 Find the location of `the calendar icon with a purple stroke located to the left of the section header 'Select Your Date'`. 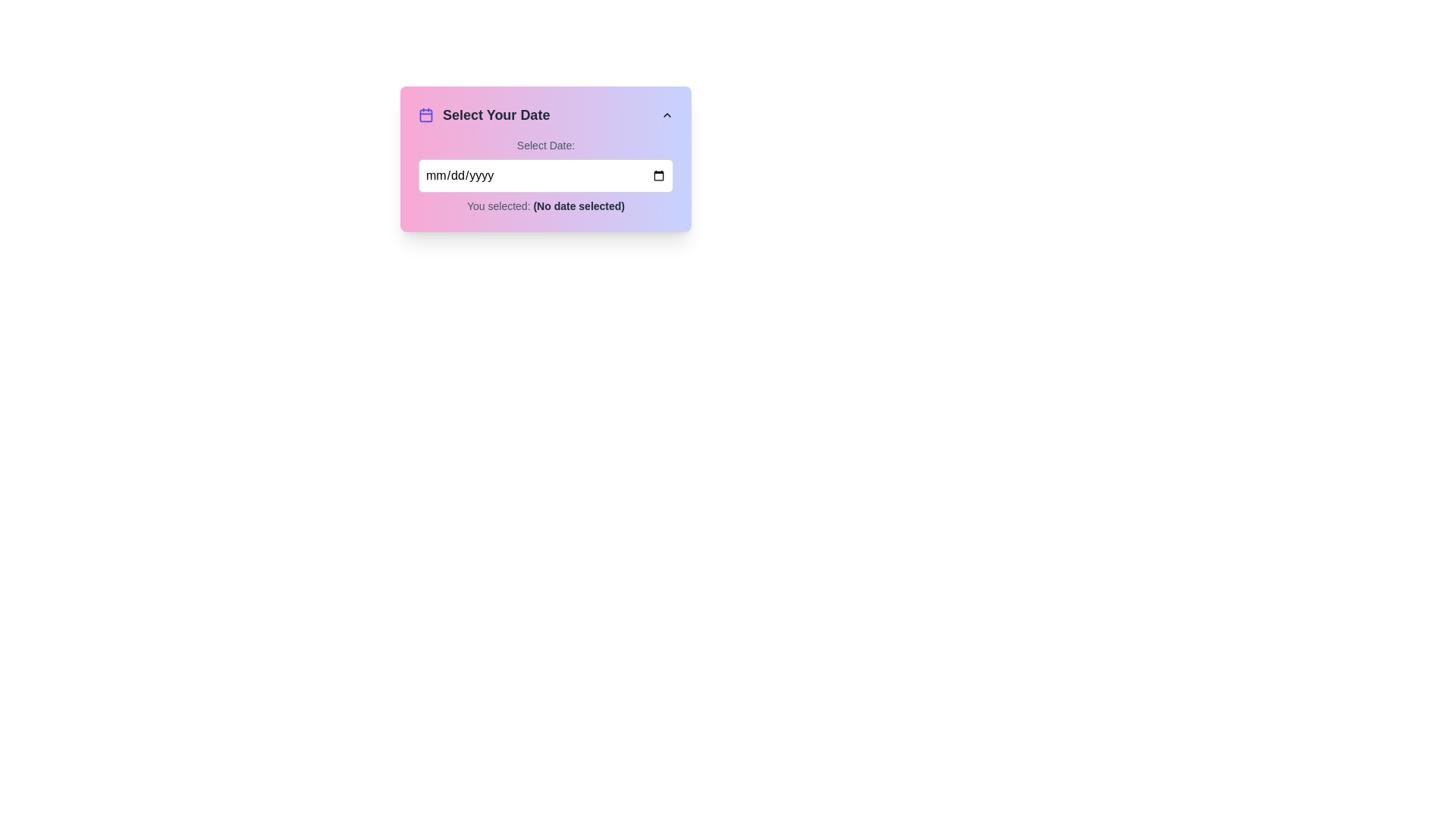

the calendar icon with a purple stroke located to the left of the section header 'Select Your Date' is located at coordinates (425, 114).